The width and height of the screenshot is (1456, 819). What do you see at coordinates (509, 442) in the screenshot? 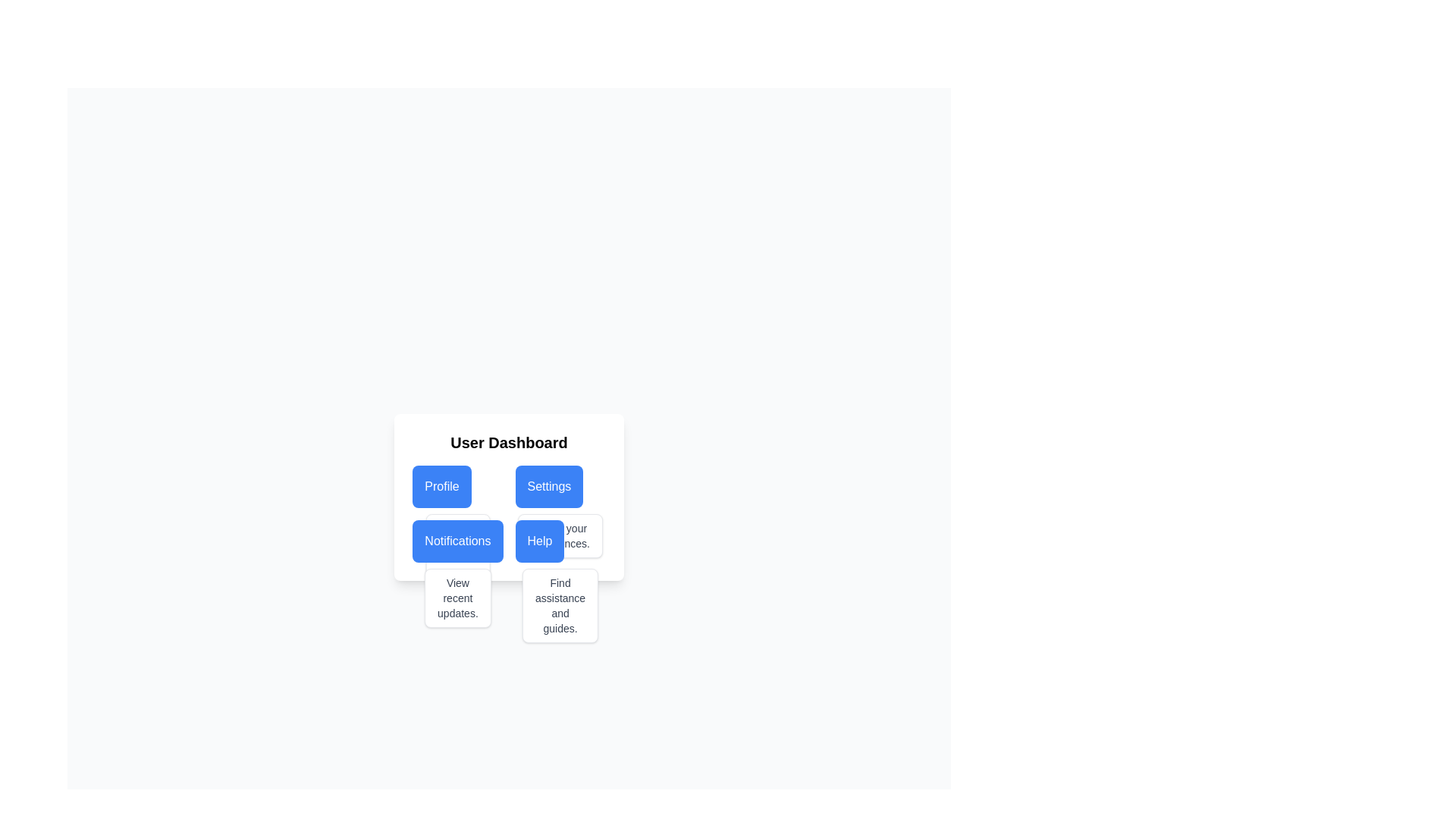
I see `the 'User Dashboard' header text, which is a prominent, bold font element located at the top-center of the panel preceding the grid section with interactive buttons` at bounding box center [509, 442].